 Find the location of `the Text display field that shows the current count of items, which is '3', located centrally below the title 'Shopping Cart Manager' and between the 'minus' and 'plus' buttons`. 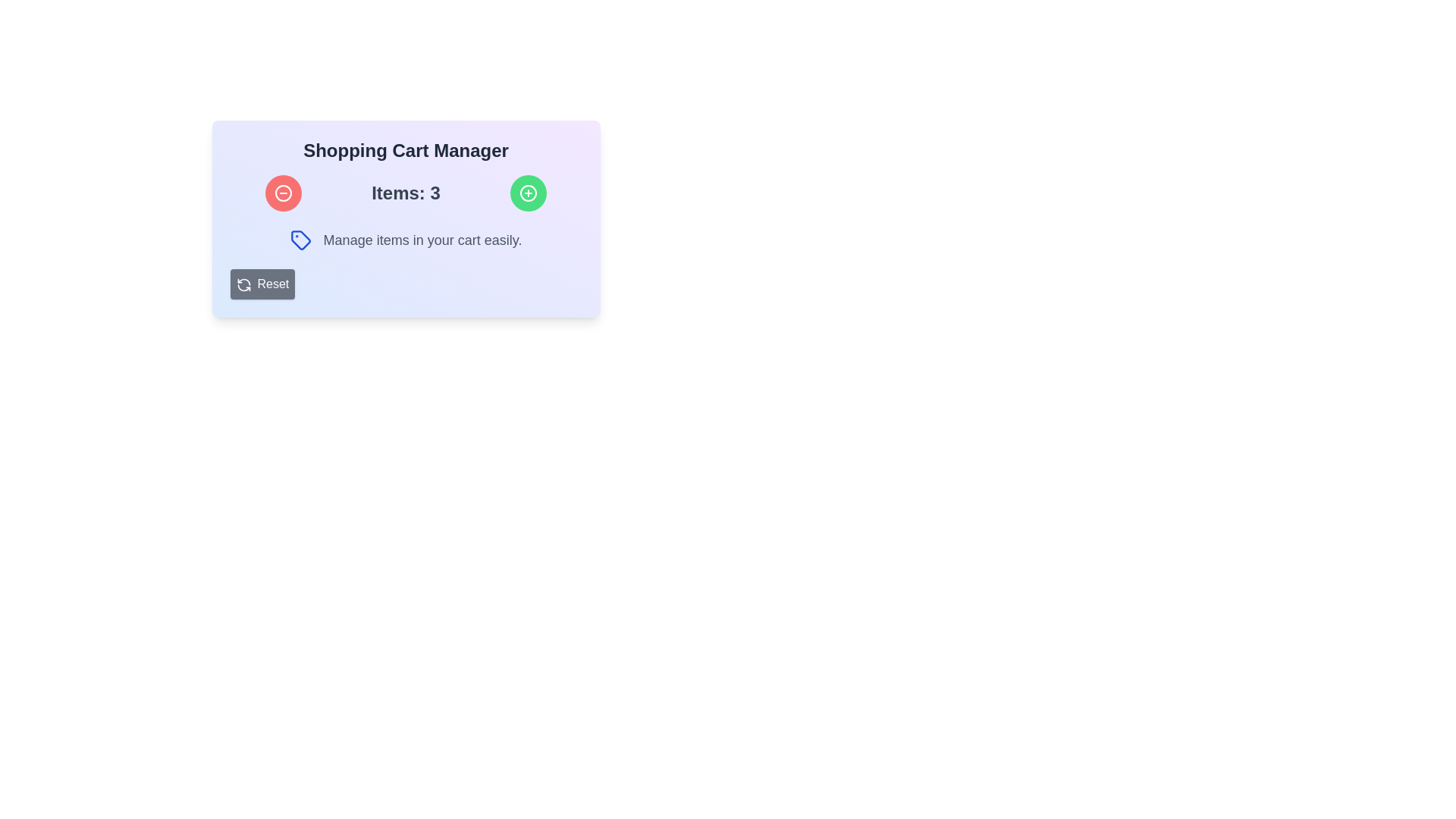

the Text display field that shows the current count of items, which is '3', located centrally below the title 'Shopping Cart Manager' and between the 'minus' and 'plus' buttons is located at coordinates (406, 192).